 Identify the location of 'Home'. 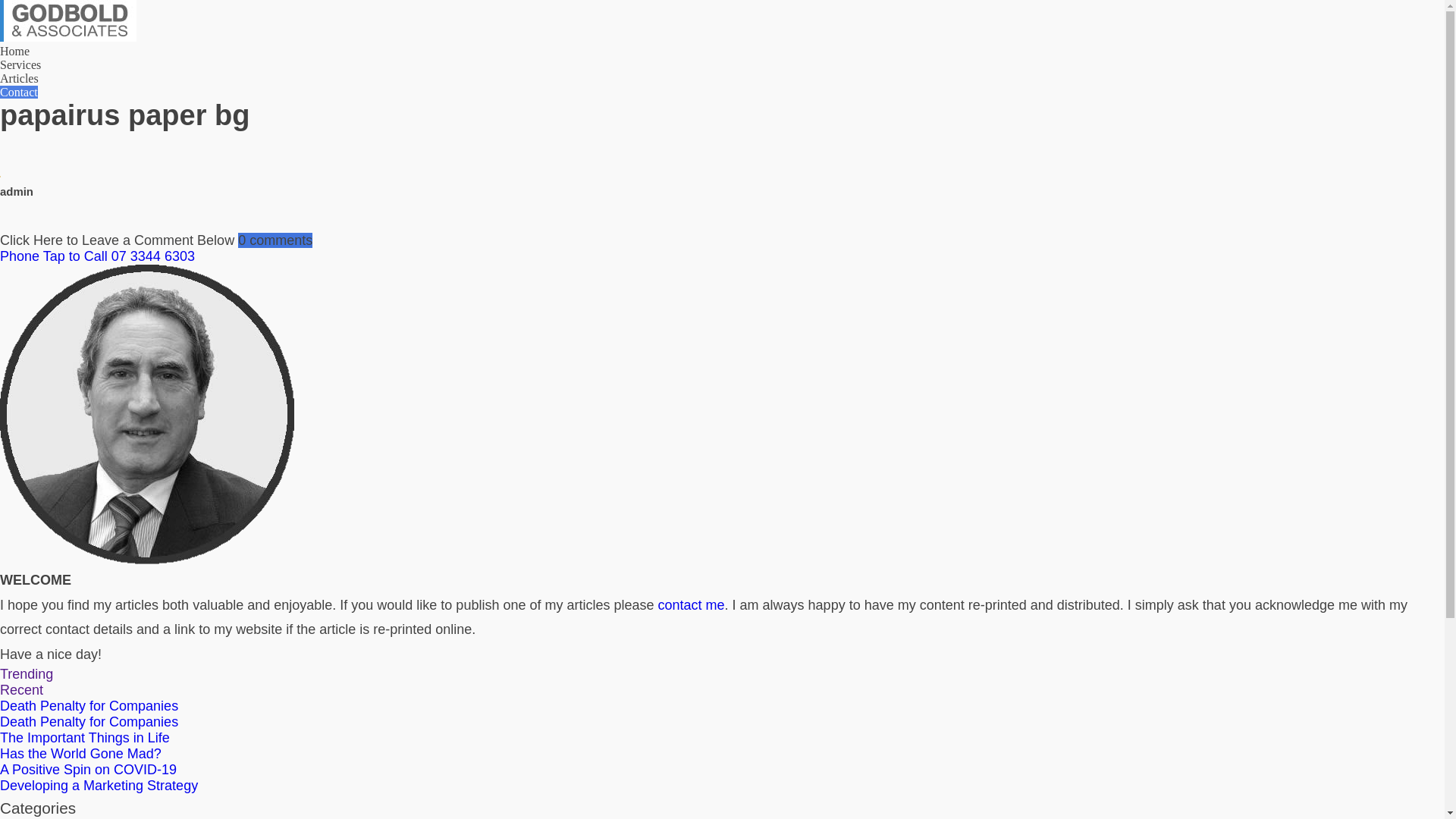
(14, 50).